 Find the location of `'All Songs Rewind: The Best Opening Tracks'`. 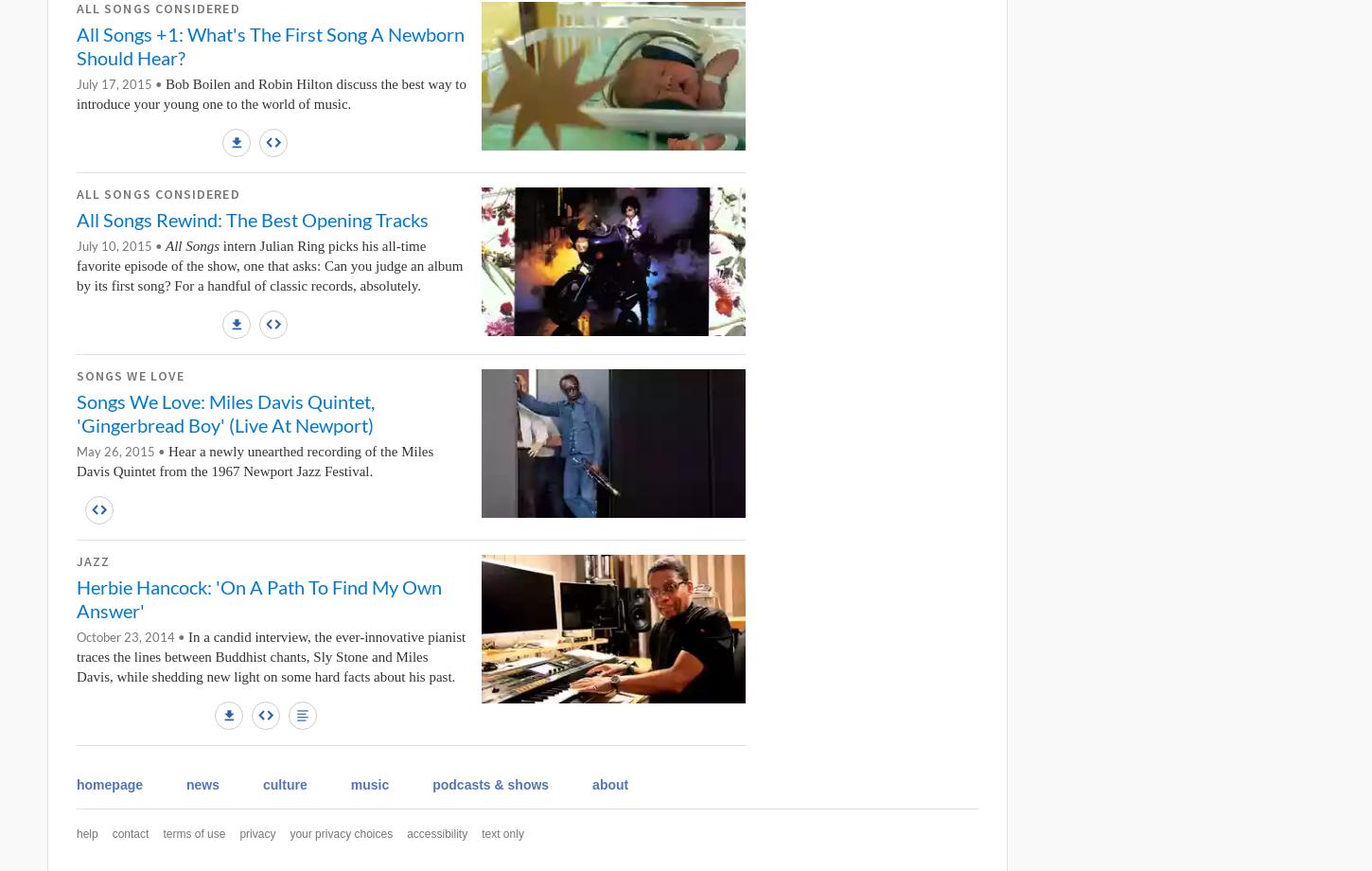

'All Songs Rewind: The Best Opening Tracks' is located at coordinates (252, 219).